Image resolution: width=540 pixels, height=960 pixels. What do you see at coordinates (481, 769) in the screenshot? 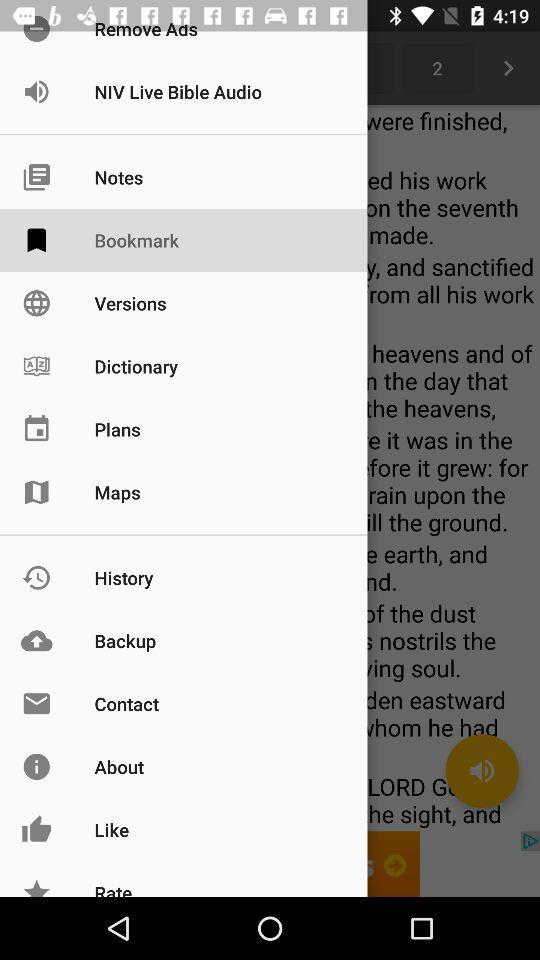
I see `the volume icon` at bounding box center [481, 769].